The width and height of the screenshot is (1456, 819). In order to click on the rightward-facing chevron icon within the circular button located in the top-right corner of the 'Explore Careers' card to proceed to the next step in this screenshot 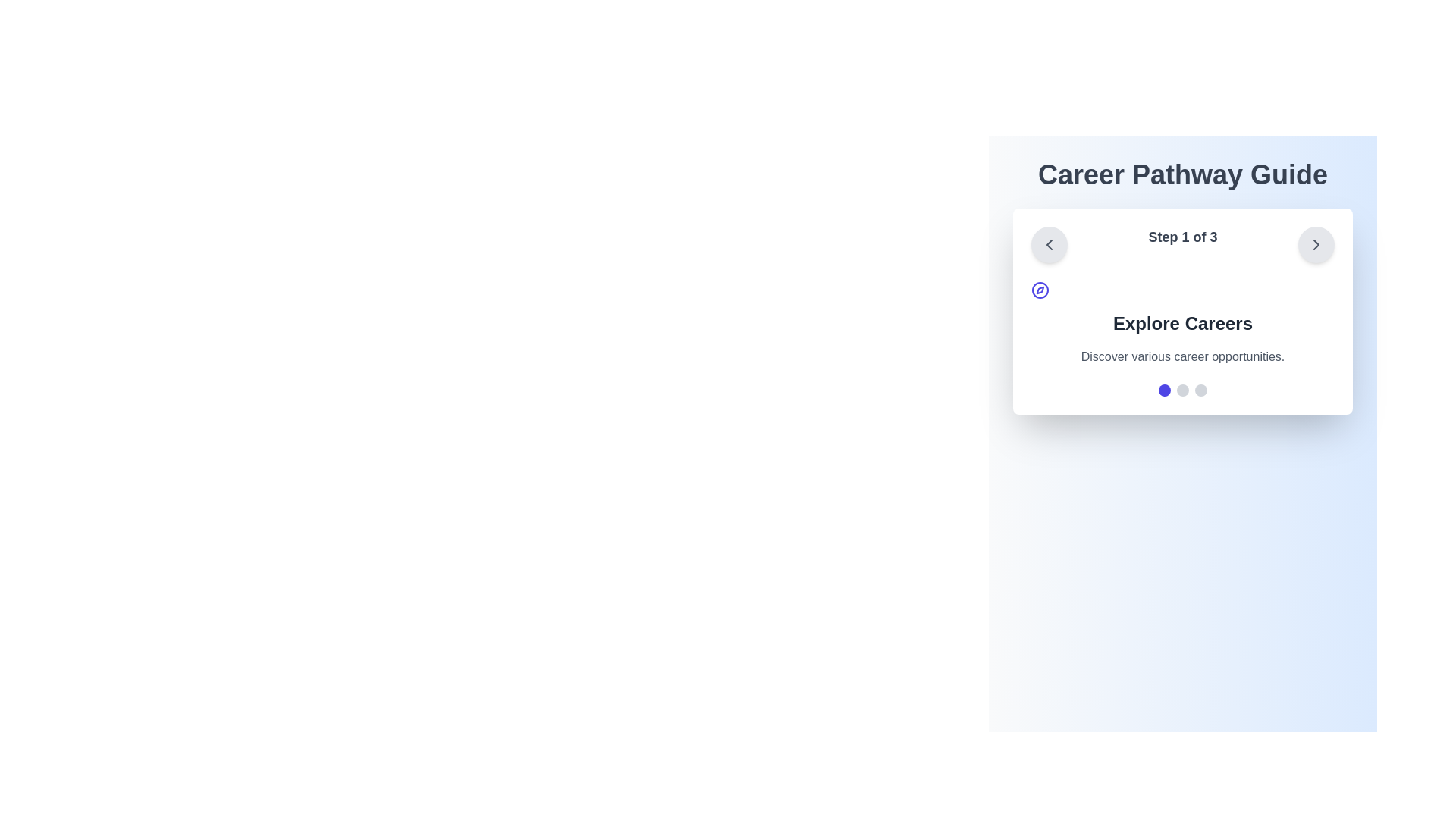, I will do `click(1316, 244)`.